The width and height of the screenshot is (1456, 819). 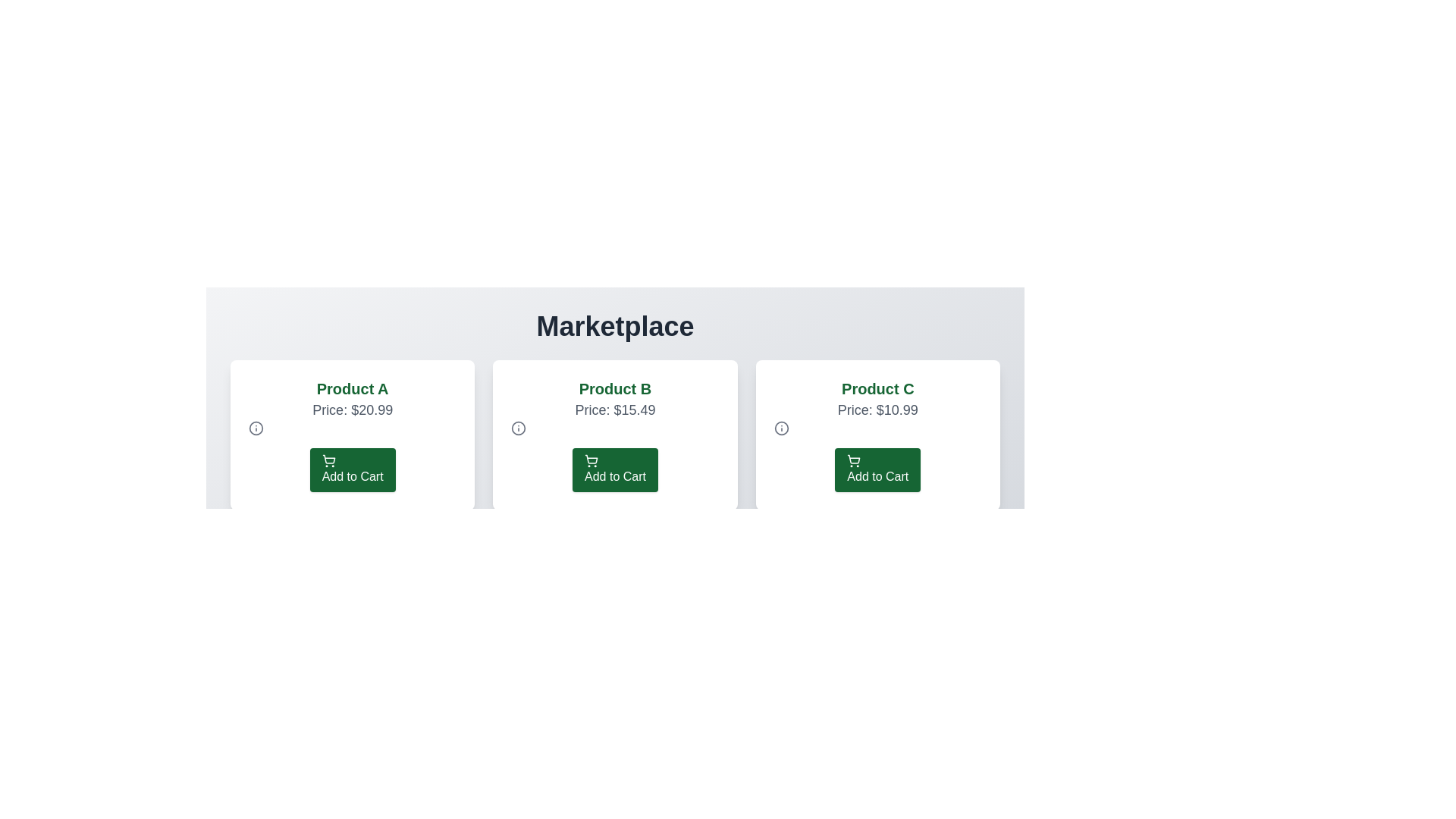 I want to click on the small circular information icon with a gray outline located within the card for 'Product B', positioned below the price text '$15.49' and above the 'Add to Cart' button, so click(x=519, y=428).